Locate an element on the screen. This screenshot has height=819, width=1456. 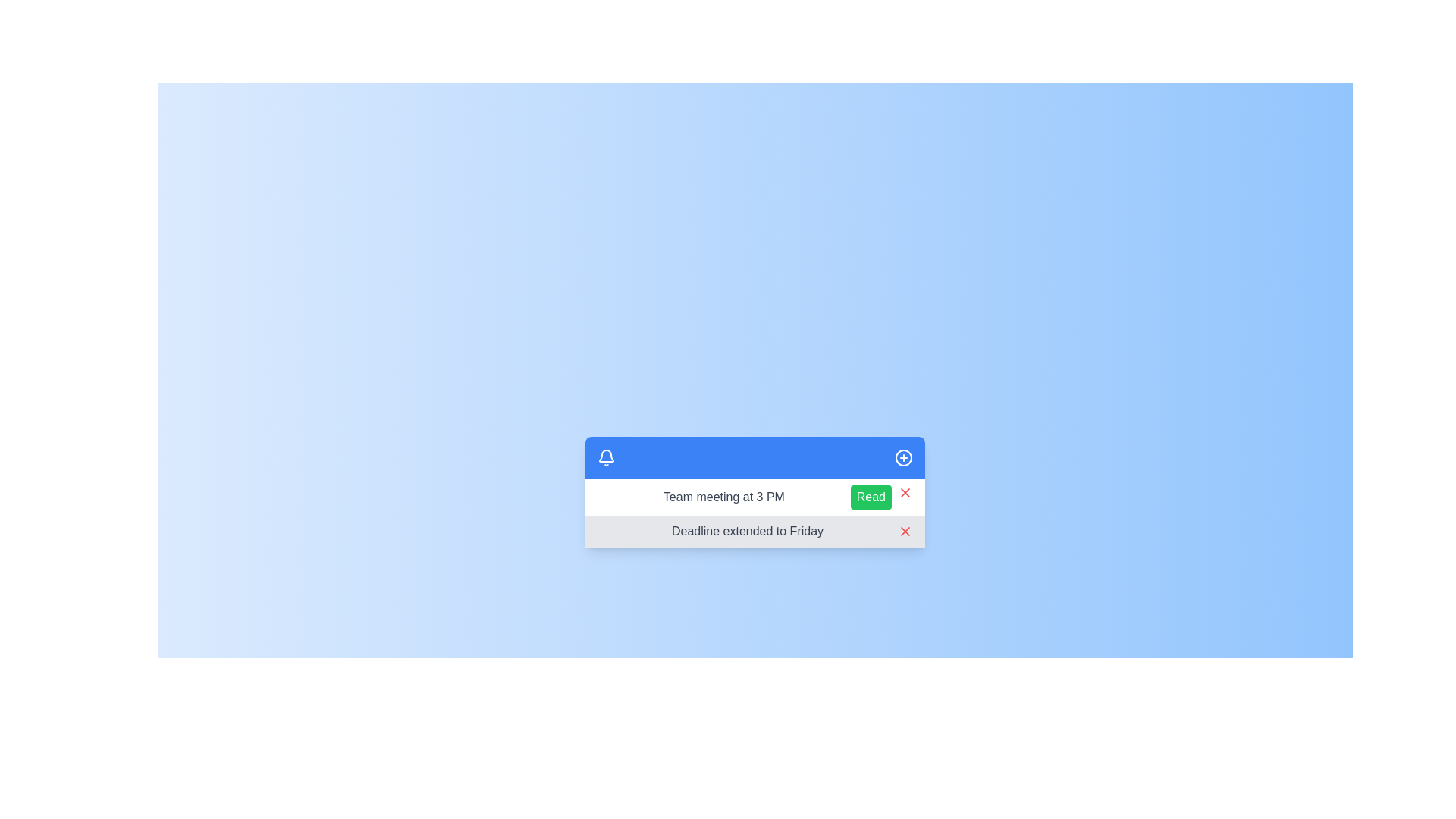
the small red cross icon located at the right-hand side of the second row of notifications is located at coordinates (905, 531).